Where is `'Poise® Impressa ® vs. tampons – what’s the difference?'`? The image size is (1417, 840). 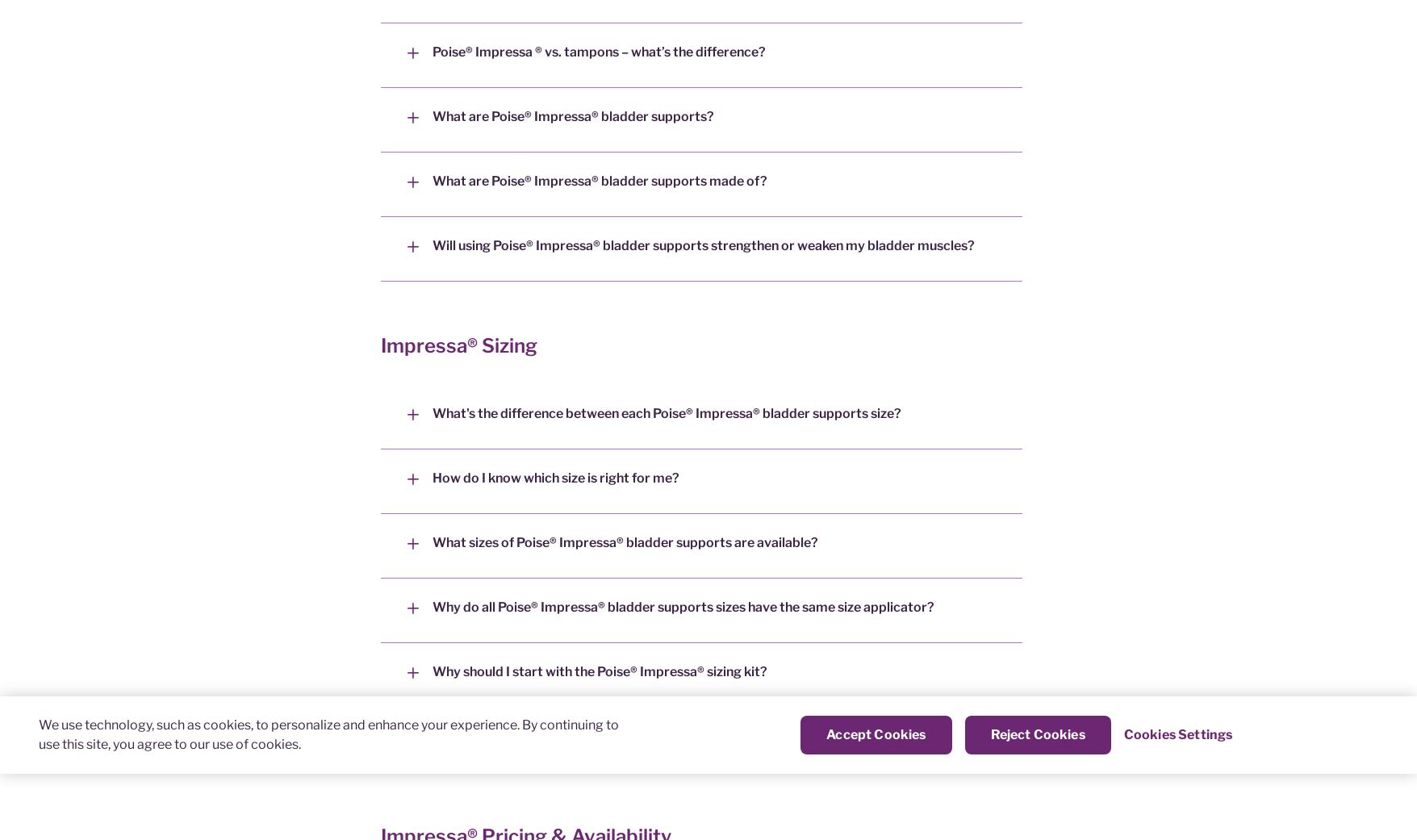 'Poise® Impressa ® vs. tampons – what’s the difference?' is located at coordinates (599, 51).